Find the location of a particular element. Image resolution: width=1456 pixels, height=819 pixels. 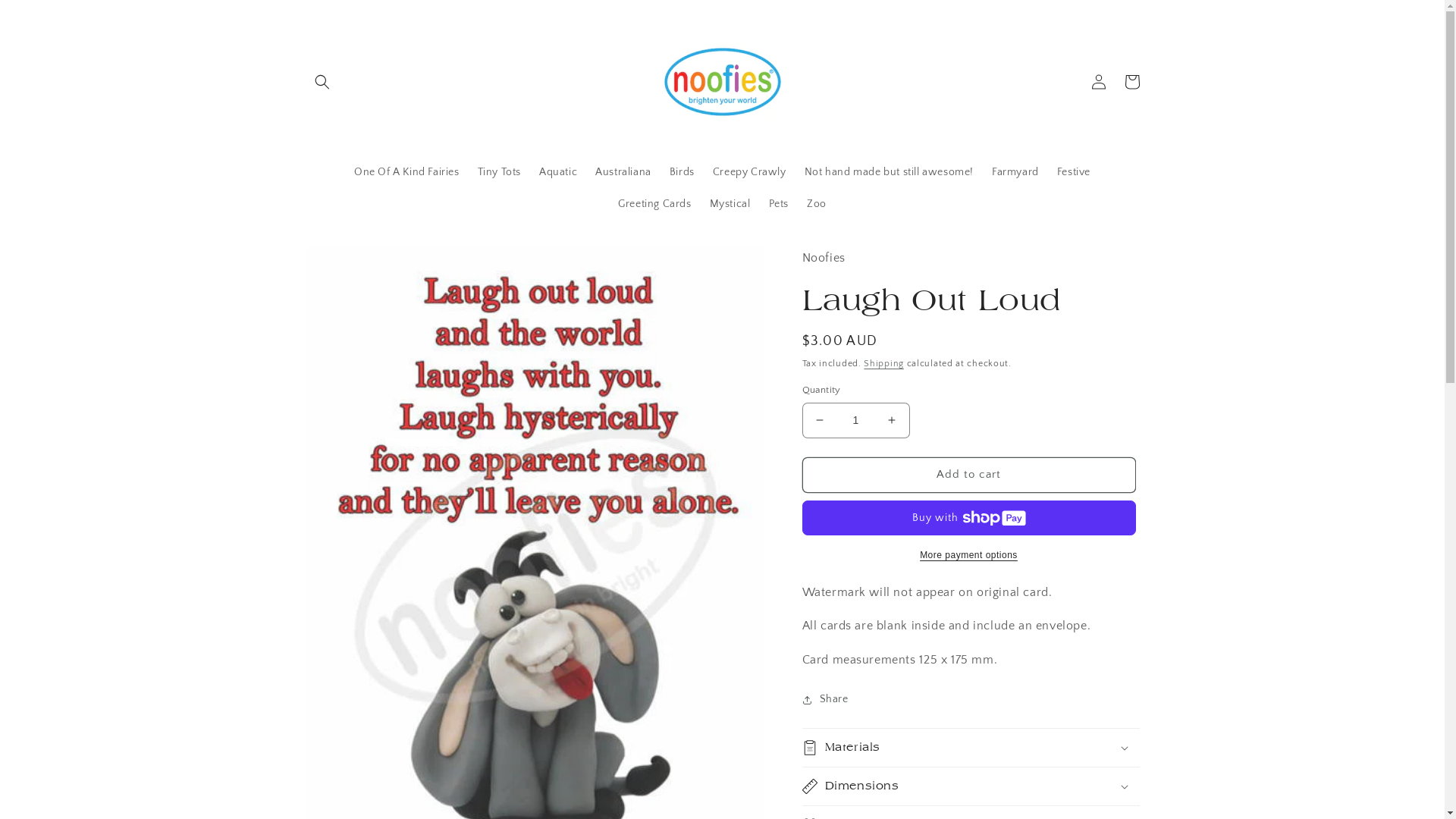

'Pets' is located at coordinates (779, 203).